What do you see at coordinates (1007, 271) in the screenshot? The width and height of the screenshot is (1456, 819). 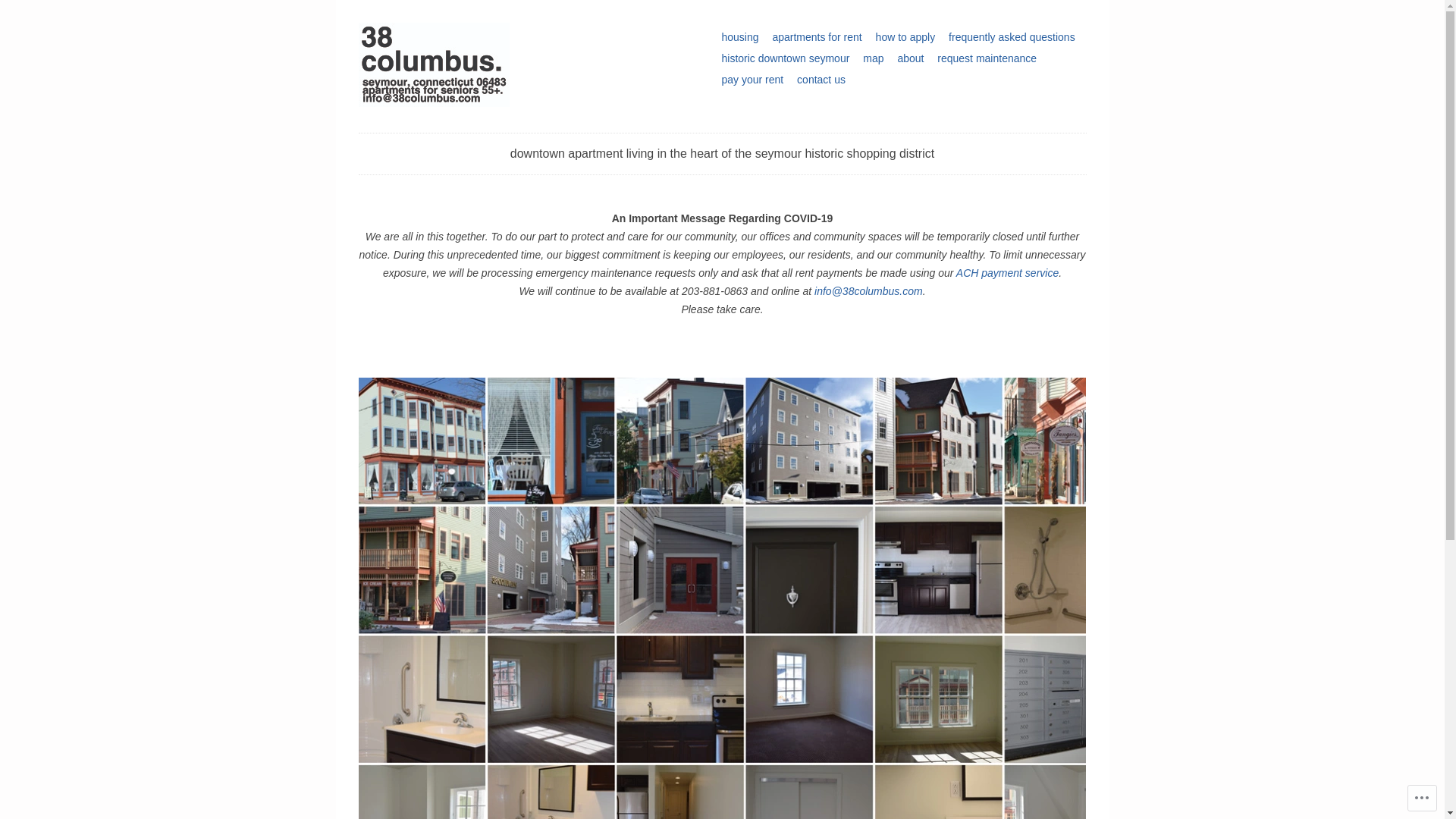 I see `'ACH payment service'` at bounding box center [1007, 271].